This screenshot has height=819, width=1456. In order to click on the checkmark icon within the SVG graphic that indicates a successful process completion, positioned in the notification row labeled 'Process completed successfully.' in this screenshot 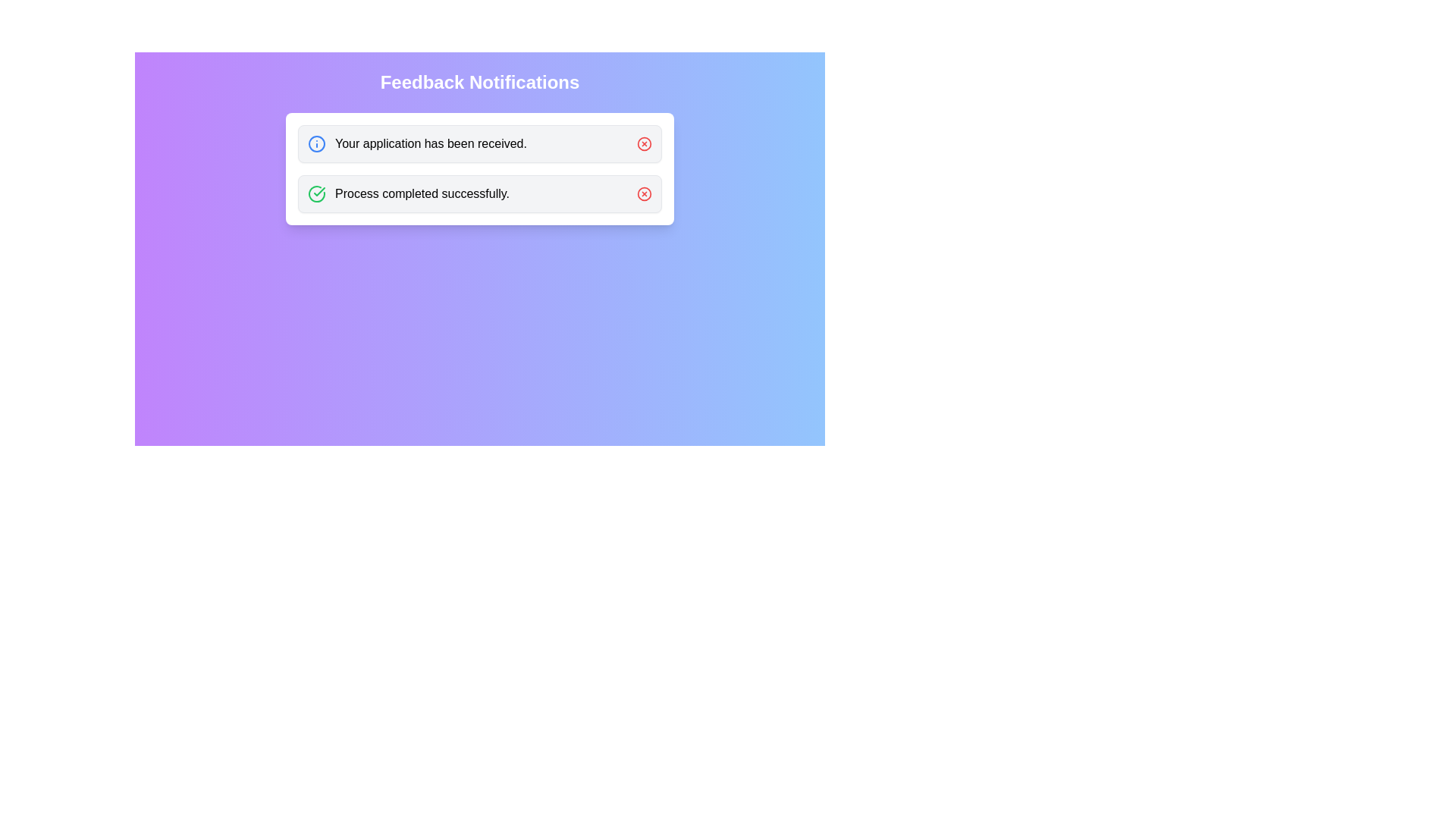, I will do `click(318, 191)`.